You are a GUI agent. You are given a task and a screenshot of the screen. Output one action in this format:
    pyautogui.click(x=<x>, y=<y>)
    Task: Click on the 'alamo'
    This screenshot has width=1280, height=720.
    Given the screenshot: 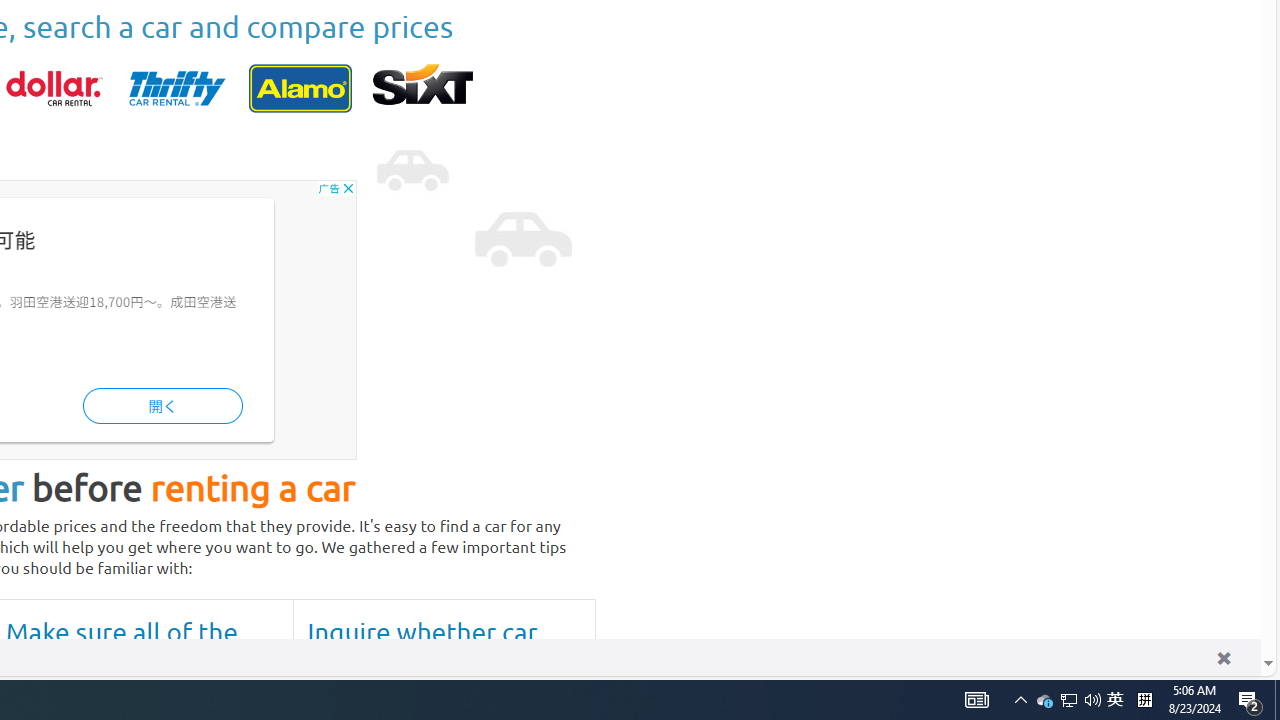 What is the action you would take?
    pyautogui.click(x=299, y=87)
    